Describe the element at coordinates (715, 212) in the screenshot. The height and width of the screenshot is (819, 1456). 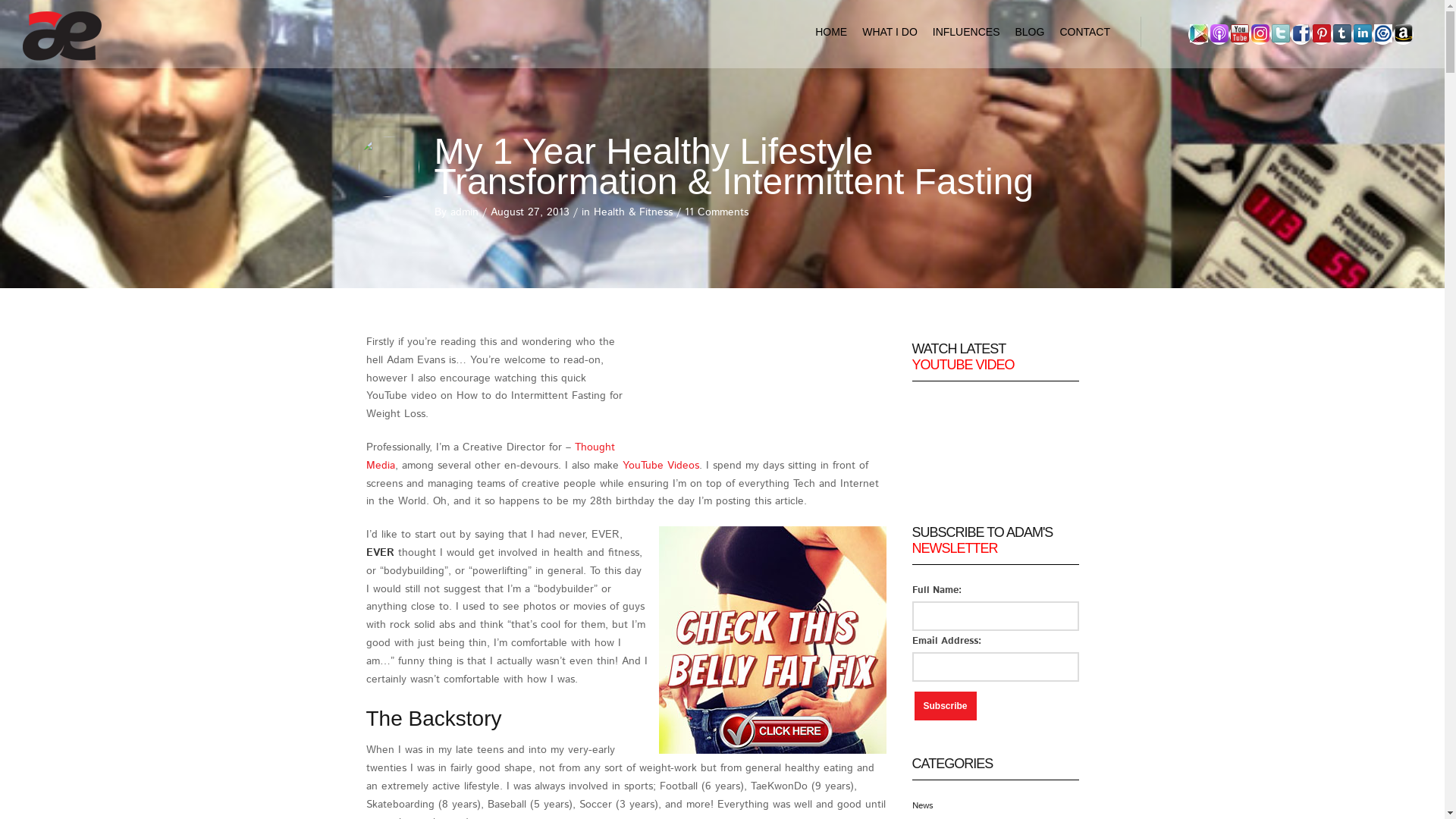
I see `'11 Comments'` at that location.